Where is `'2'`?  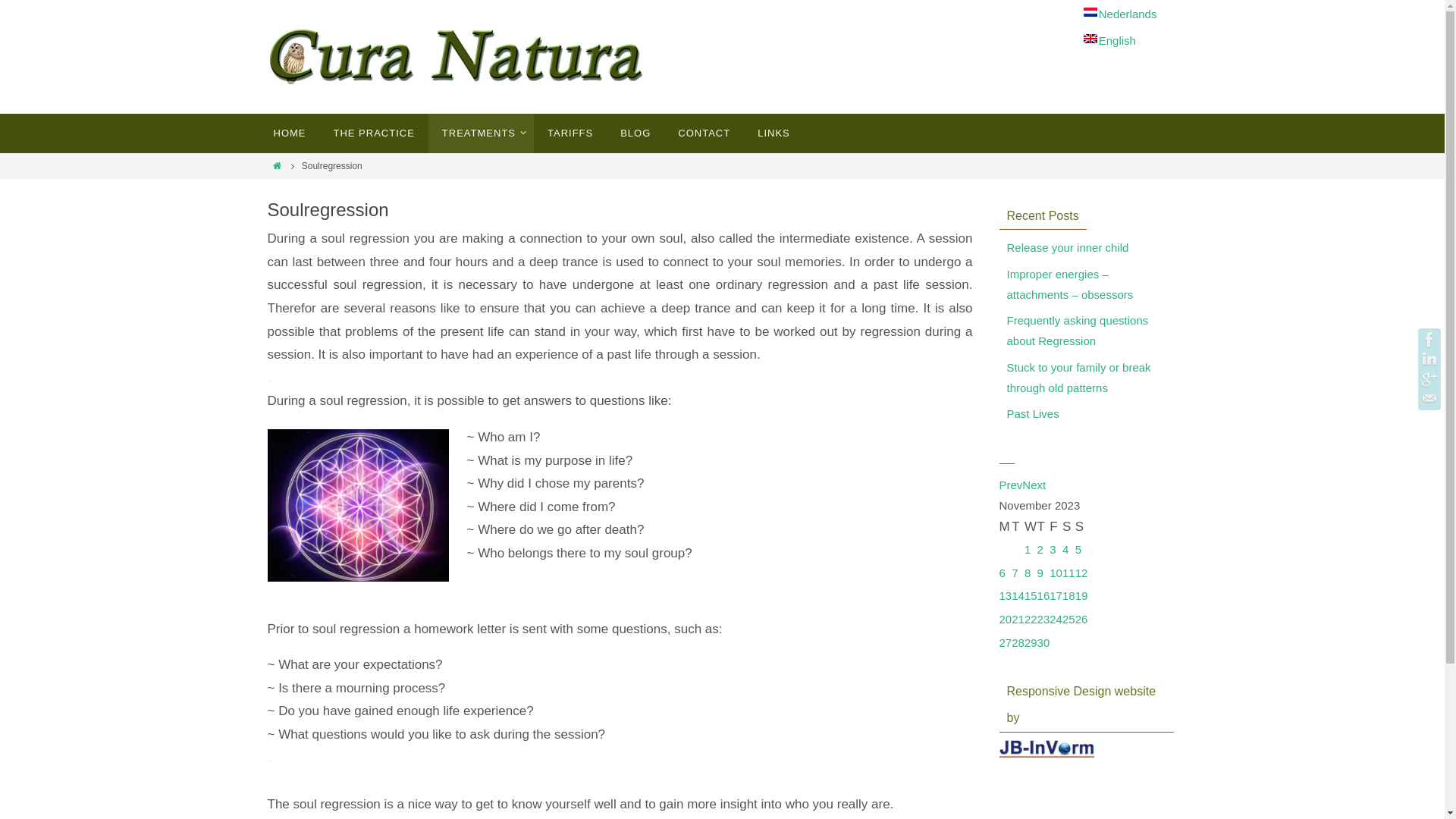
'2' is located at coordinates (1040, 550).